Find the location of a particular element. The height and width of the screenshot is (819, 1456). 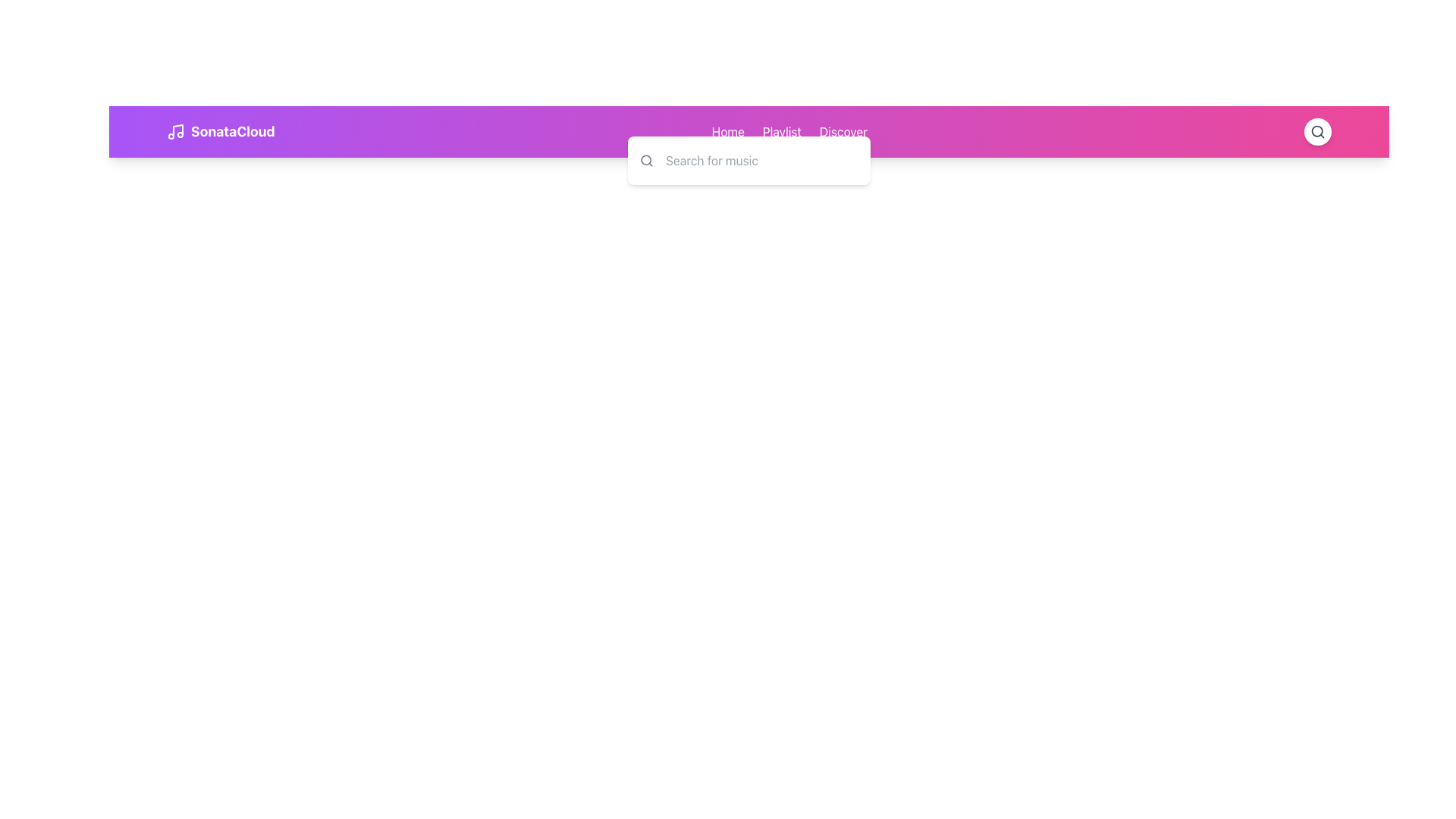

the Search bar, which is a white rectangular box with rounded corners and a search icon is located at coordinates (749, 161).